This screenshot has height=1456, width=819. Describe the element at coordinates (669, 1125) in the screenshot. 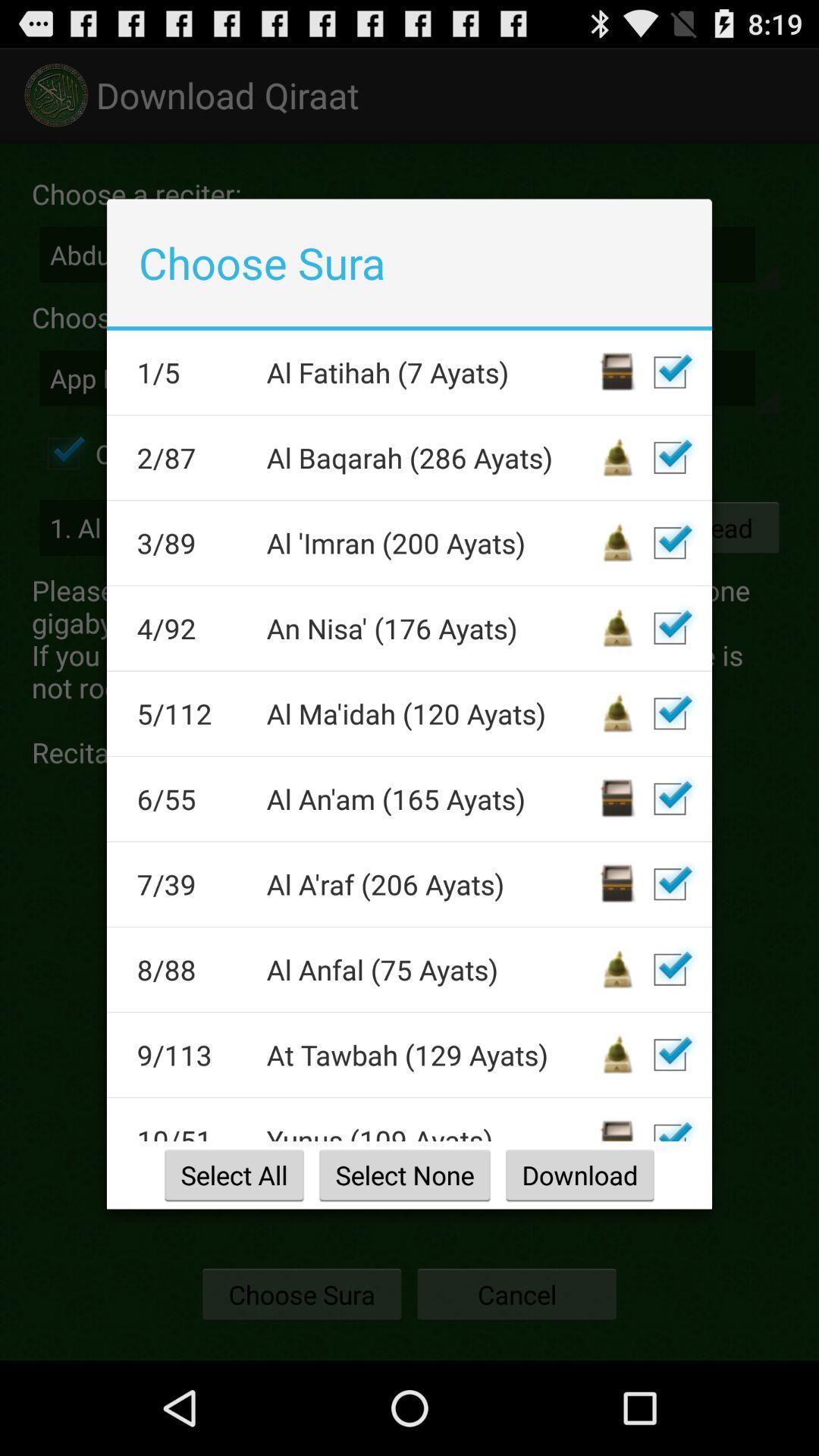

I see `deselect file` at that location.